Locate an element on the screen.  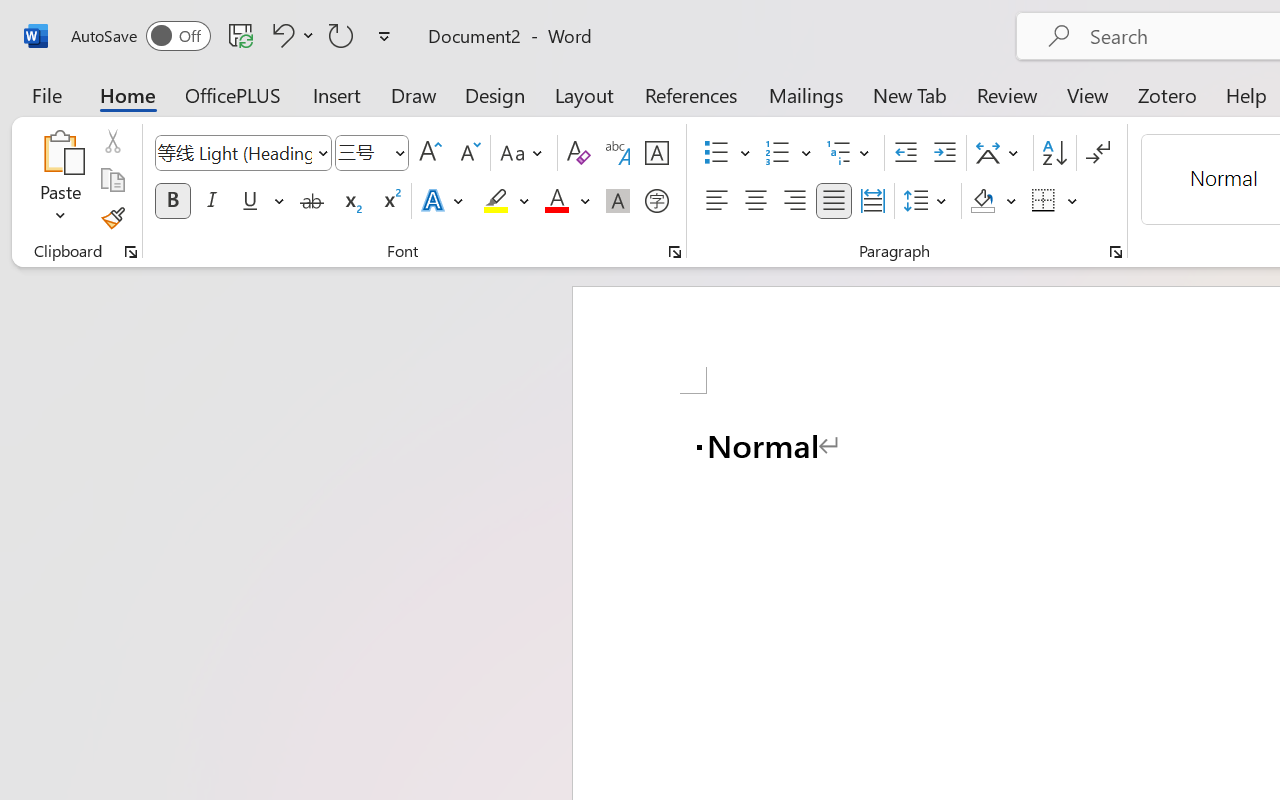
'Shading' is located at coordinates (993, 201).